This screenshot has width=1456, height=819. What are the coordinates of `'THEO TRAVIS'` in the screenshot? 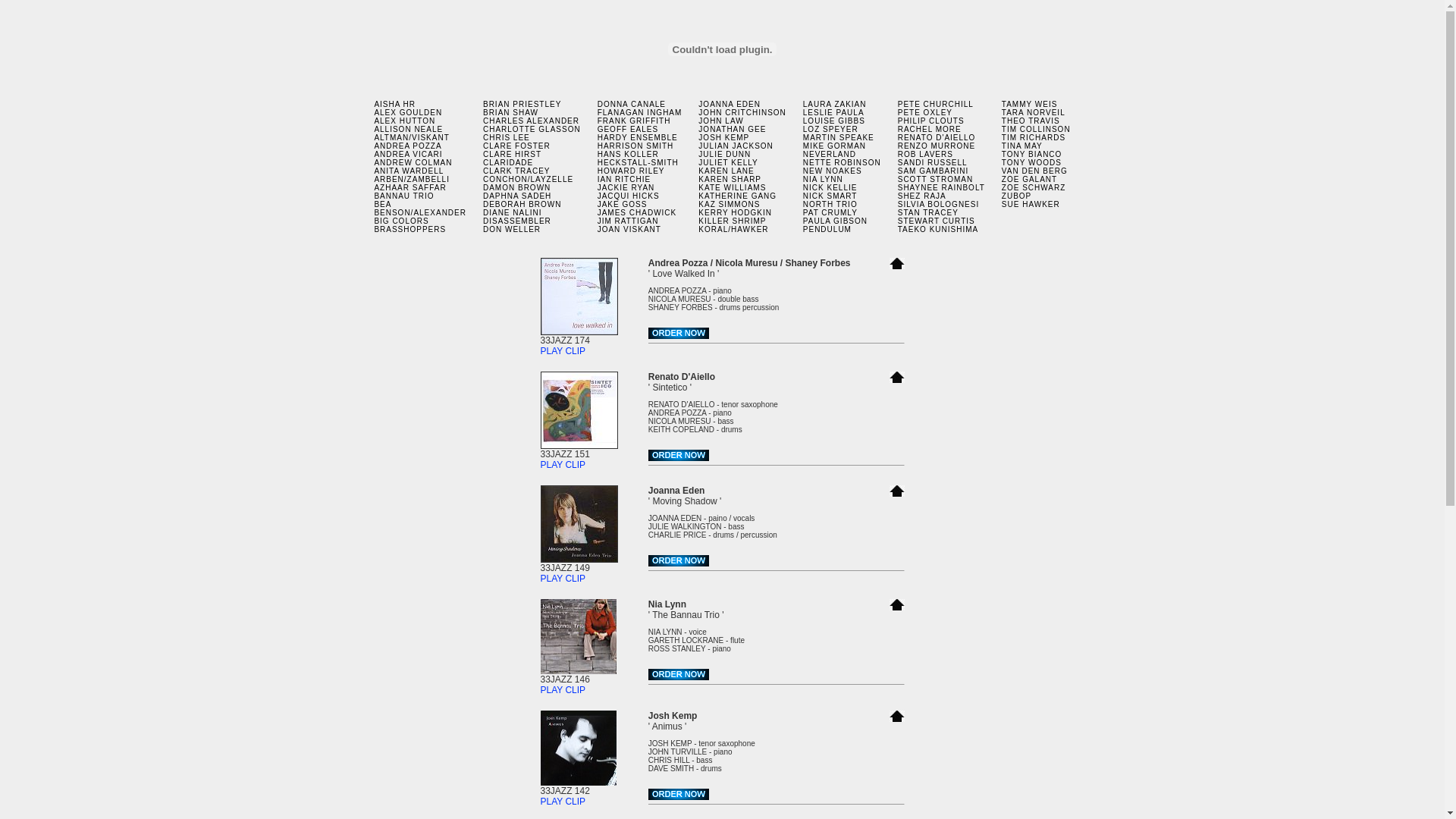 It's located at (1031, 120).